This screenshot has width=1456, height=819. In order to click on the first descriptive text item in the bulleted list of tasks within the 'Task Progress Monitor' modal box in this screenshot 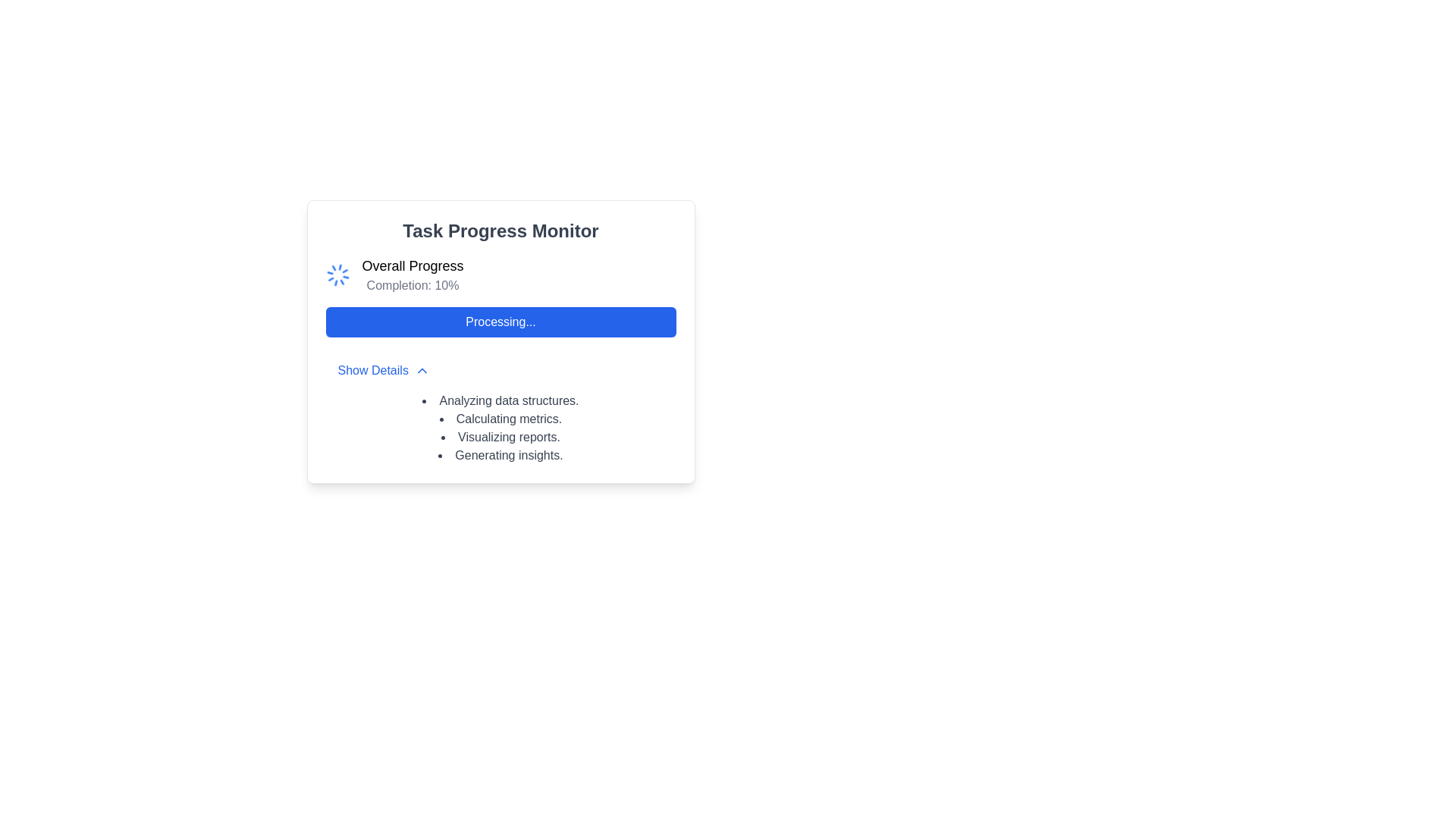, I will do `click(500, 400)`.